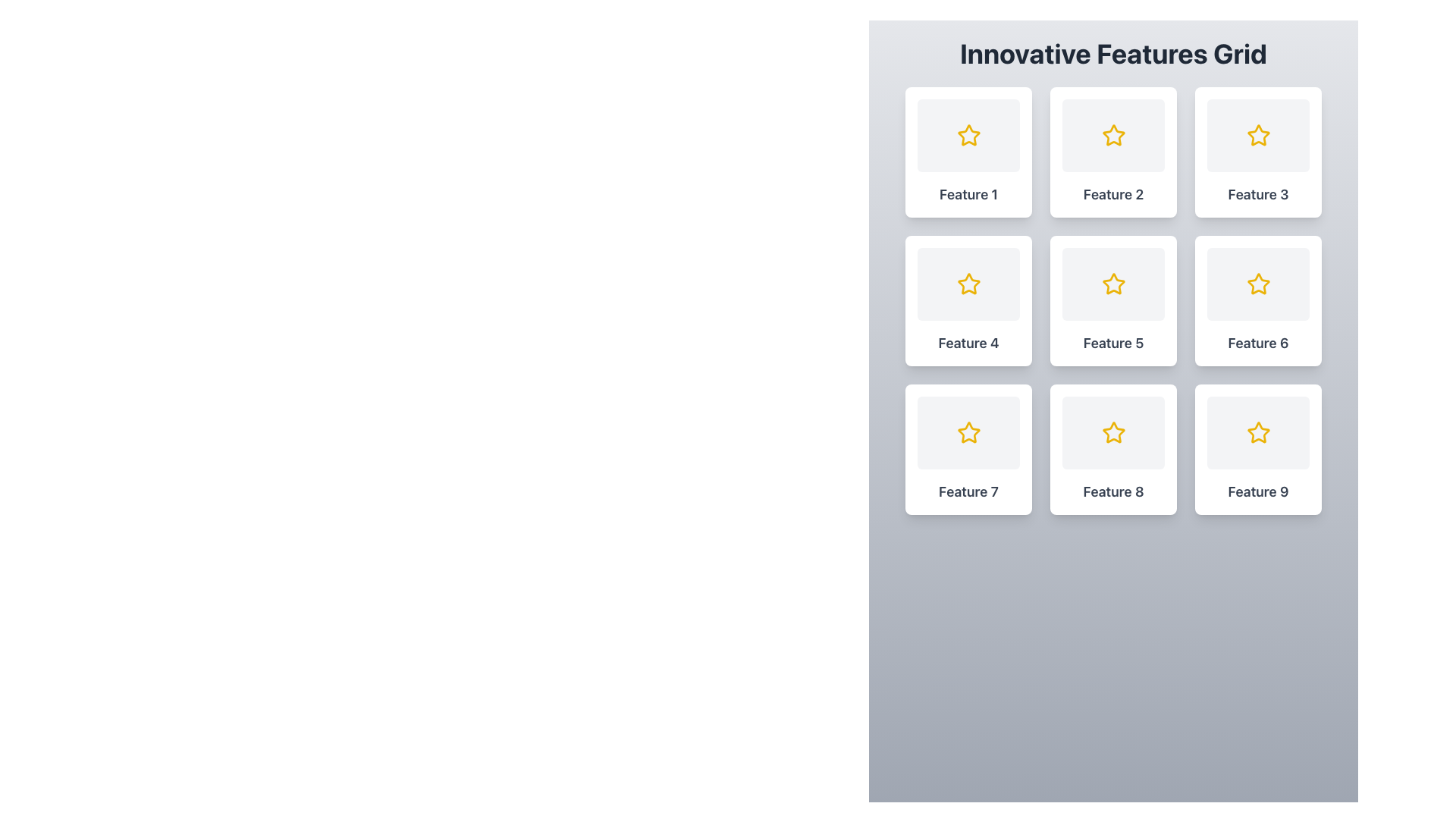 The height and width of the screenshot is (819, 1456). Describe the element at coordinates (1113, 343) in the screenshot. I see `text label 'Feature 5' which is styled in bold with a large font size and gray color, located in the center of the second row of a 3x3 grid layout` at that location.